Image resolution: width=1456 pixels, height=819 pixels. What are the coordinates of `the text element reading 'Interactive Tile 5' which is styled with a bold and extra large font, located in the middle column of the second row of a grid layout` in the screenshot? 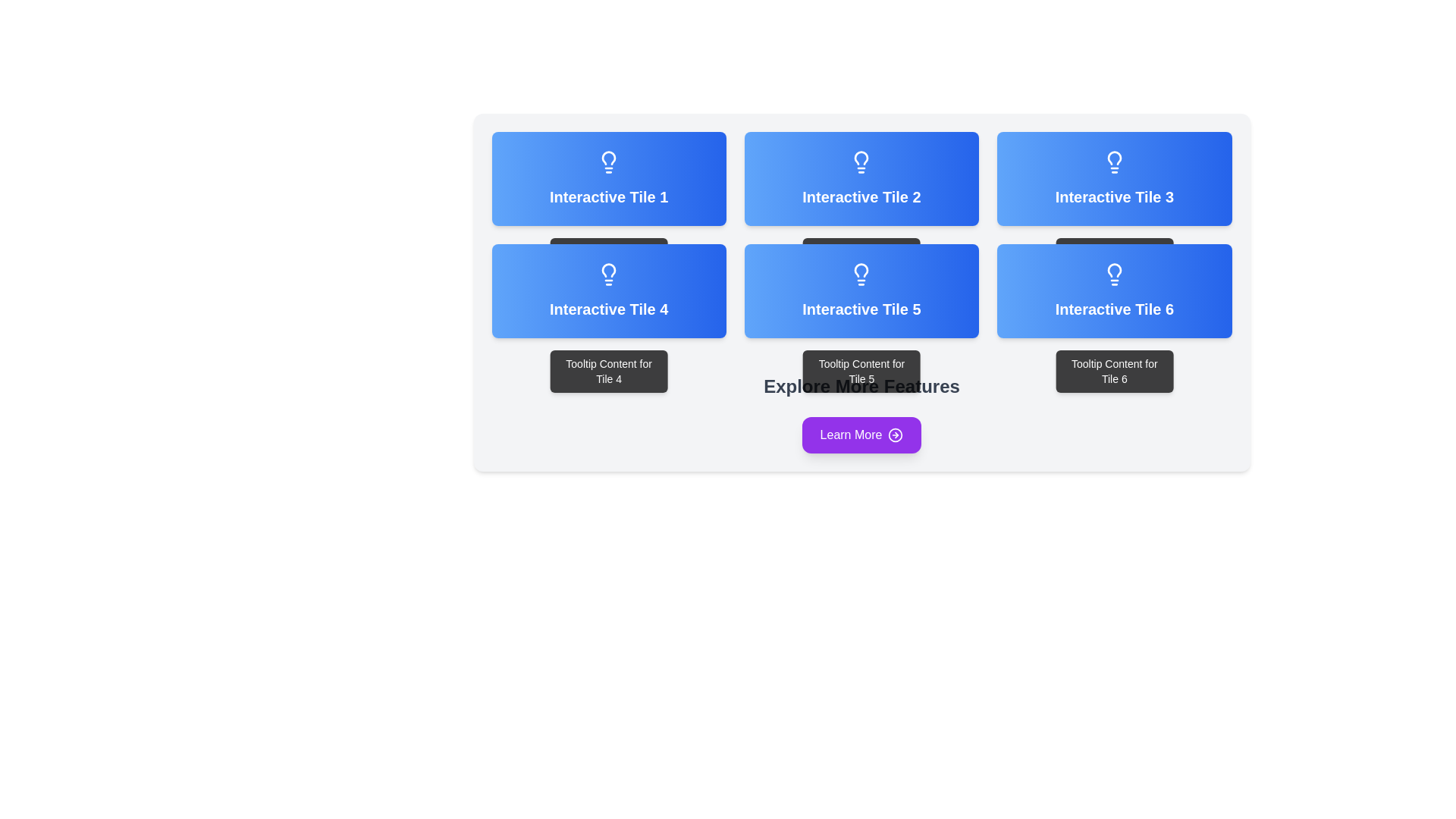 It's located at (861, 309).